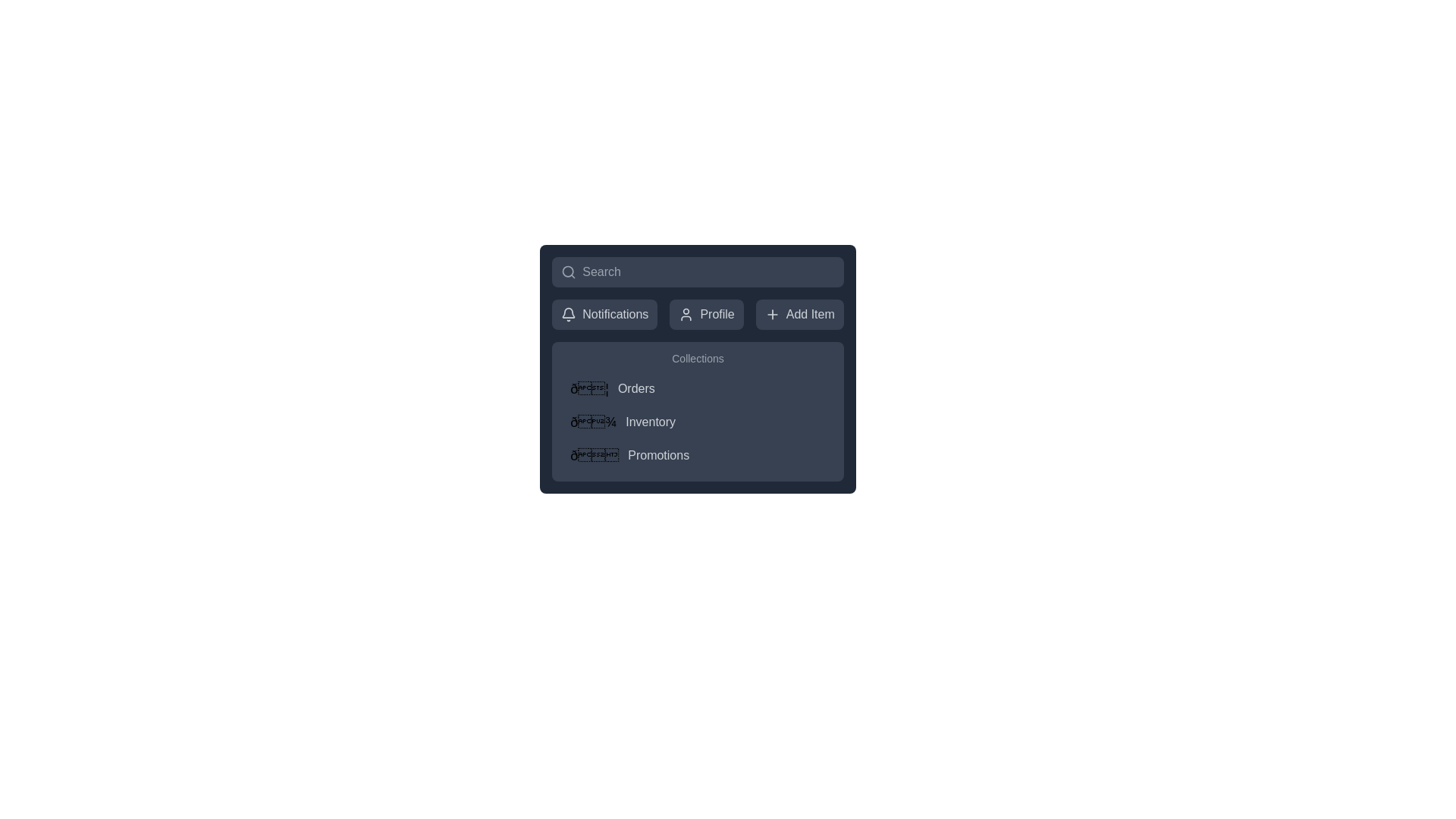  I want to click on the Notifications button, which features a bell icon and changes color on hover, located in the horizontal navigation bar to the left of Profile and Add Item, so click(604, 314).